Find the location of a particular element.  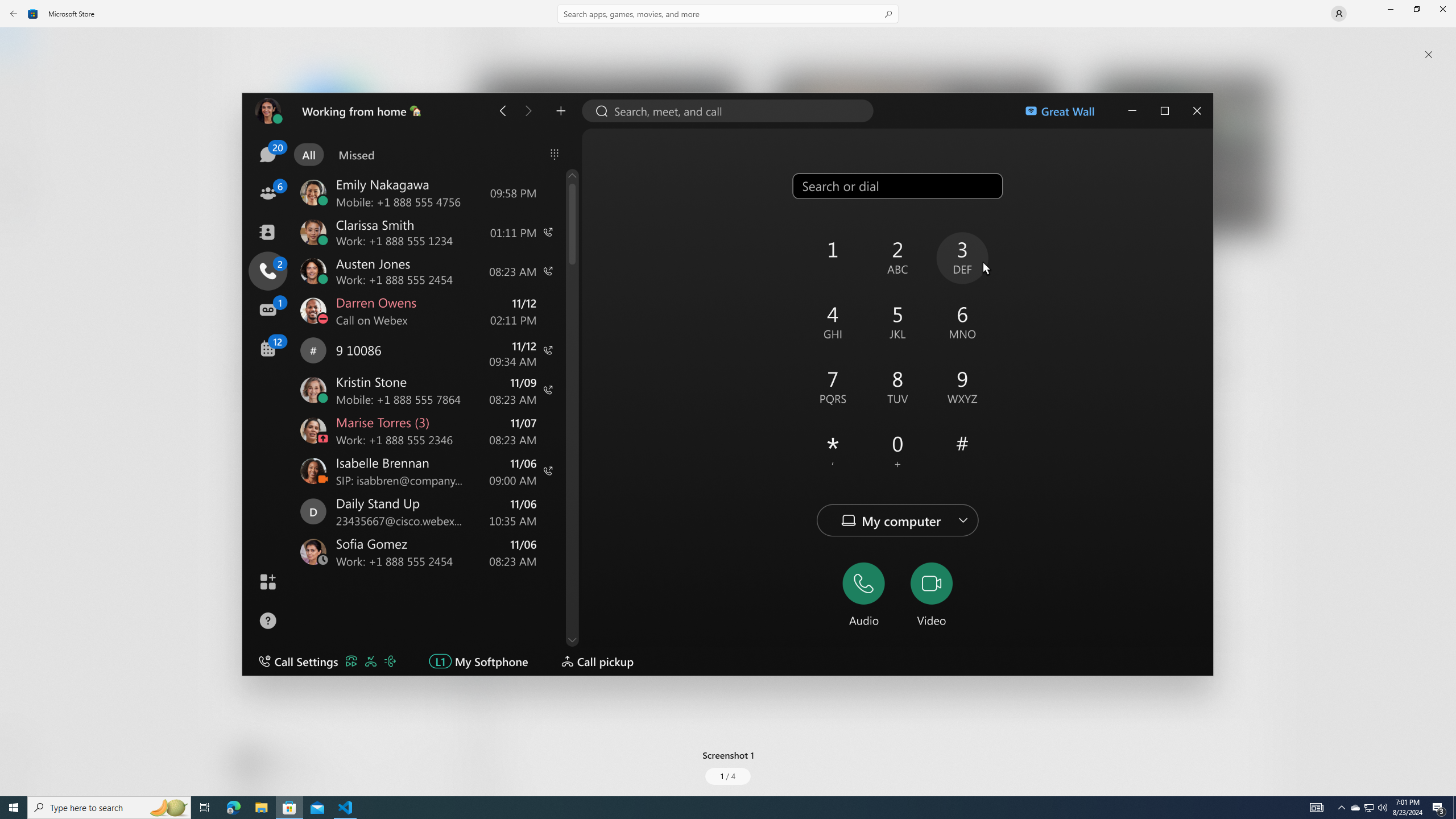

'close popup window' is located at coordinates (1428, 54).